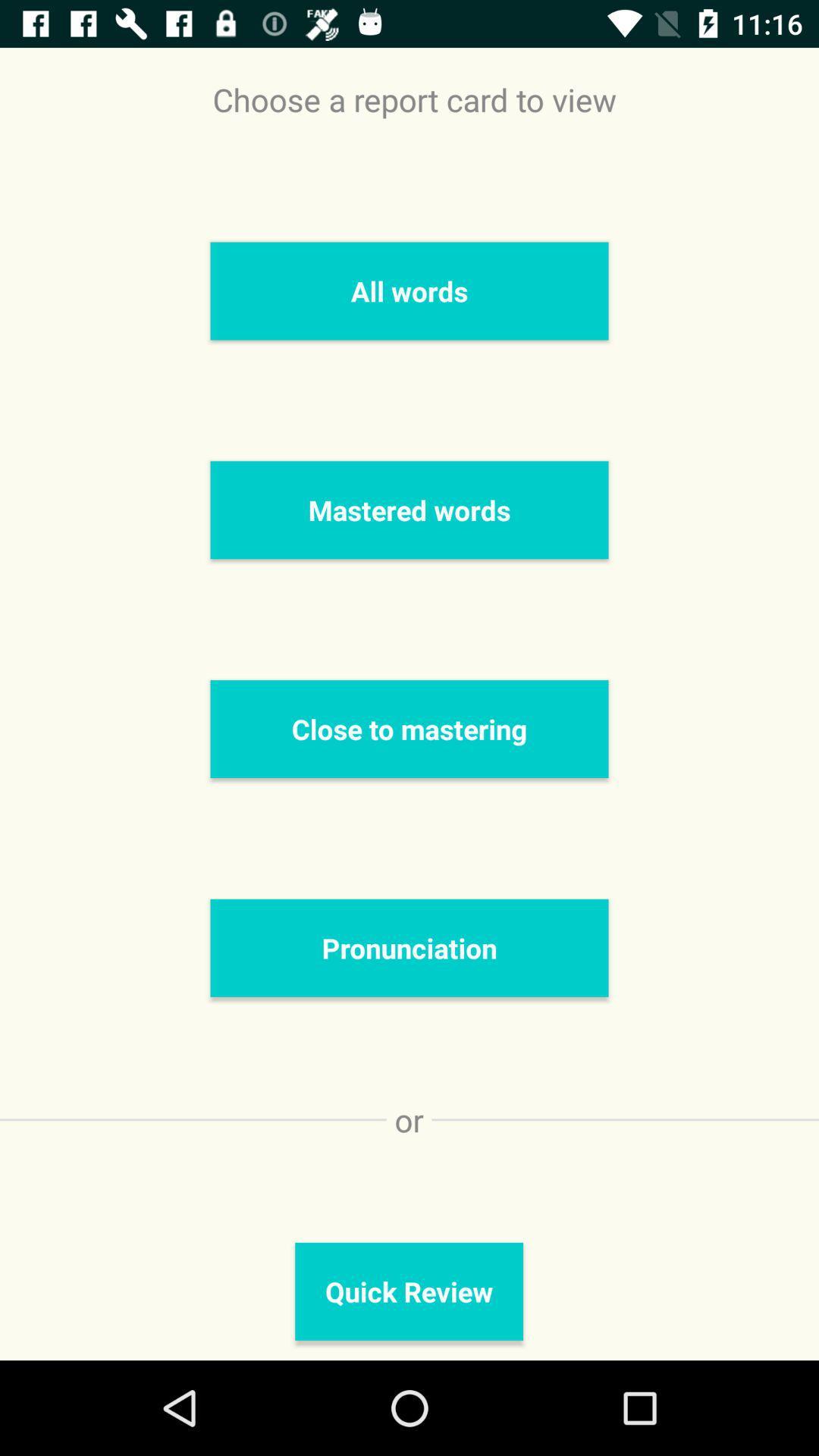 Image resolution: width=819 pixels, height=1456 pixels. I want to click on close to mastering, so click(409, 729).